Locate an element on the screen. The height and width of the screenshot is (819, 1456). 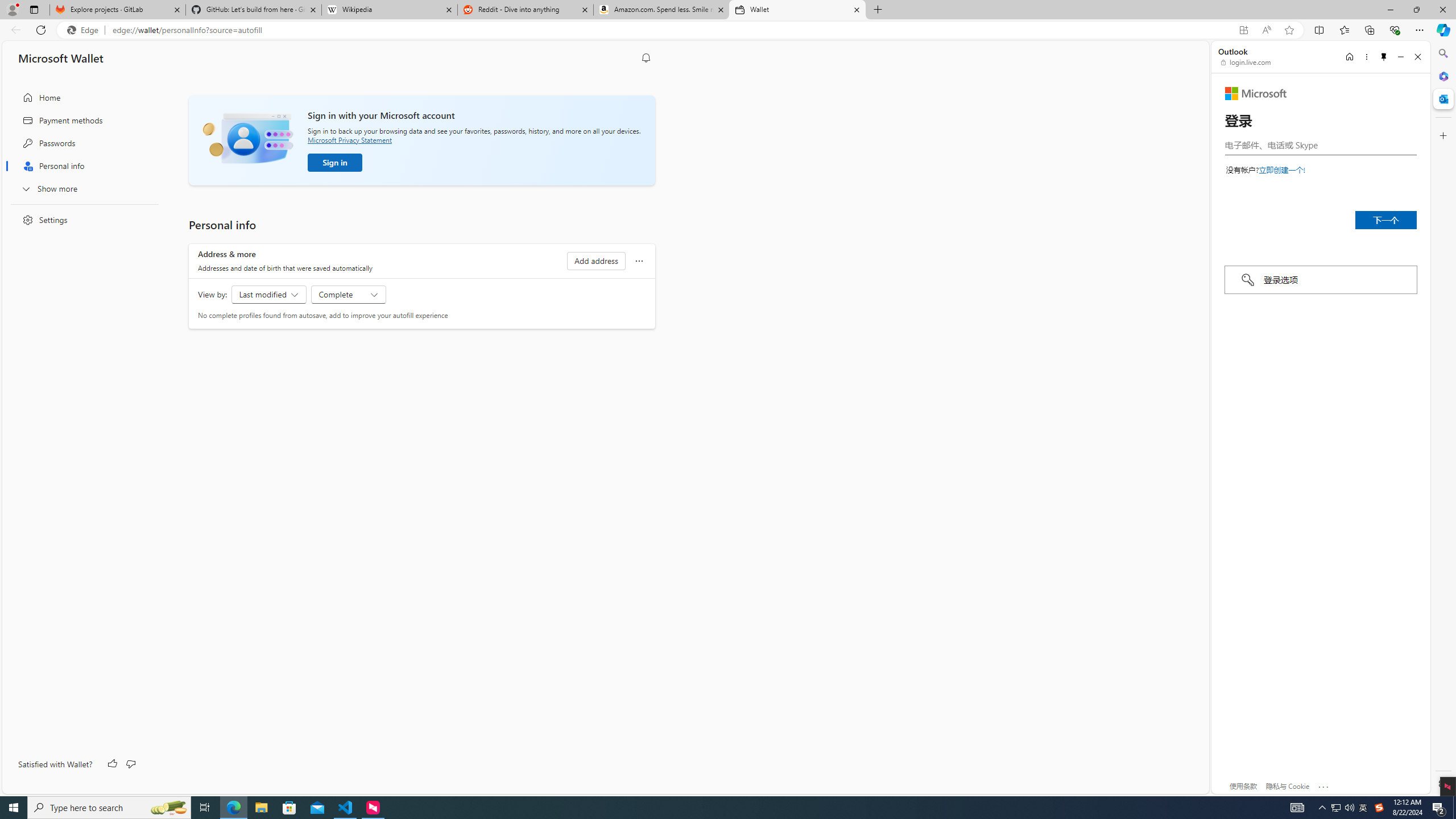
'More actions' is located at coordinates (638, 260).